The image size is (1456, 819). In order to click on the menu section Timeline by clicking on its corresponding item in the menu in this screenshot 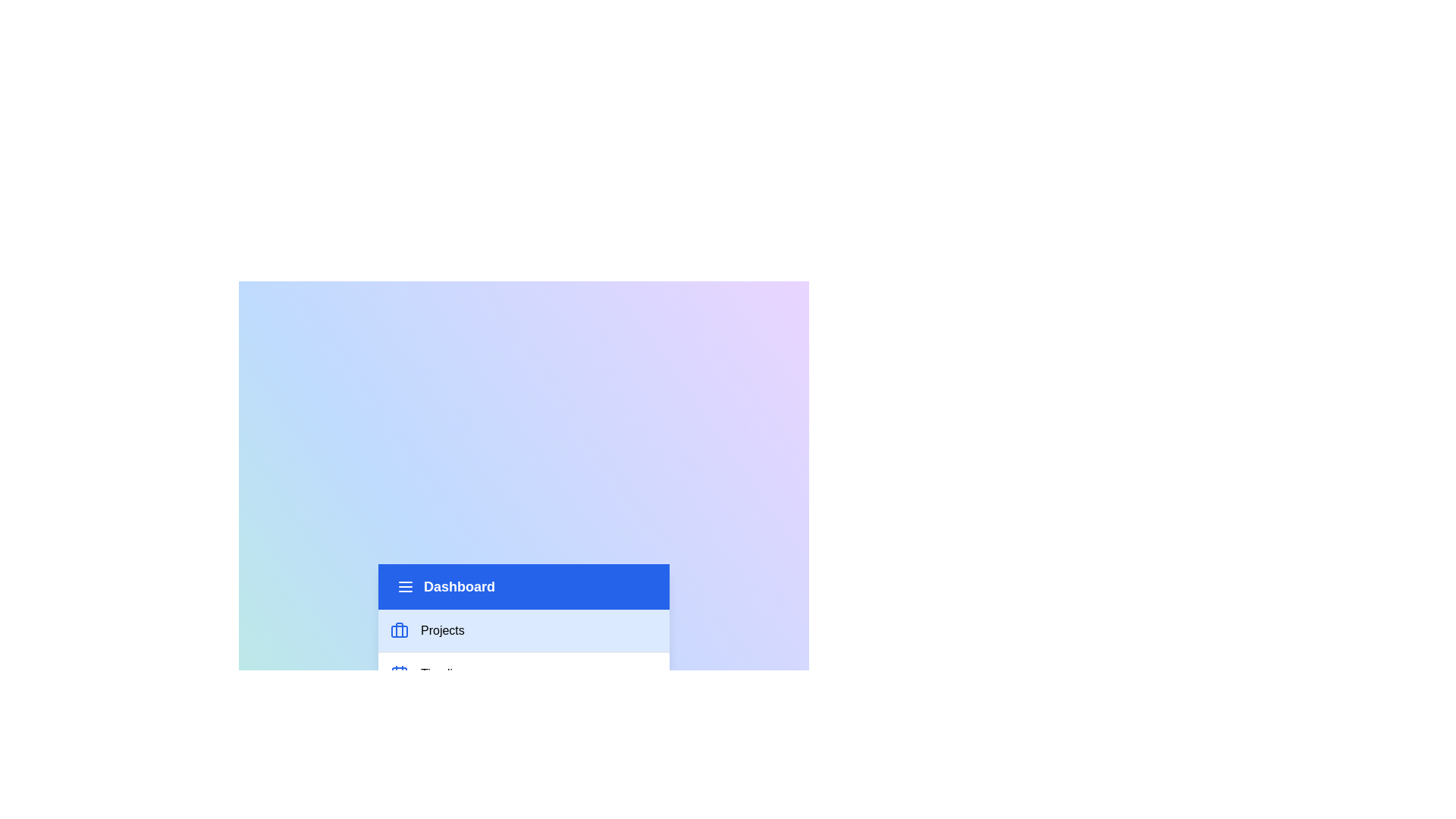, I will do `click(524, 672)`.